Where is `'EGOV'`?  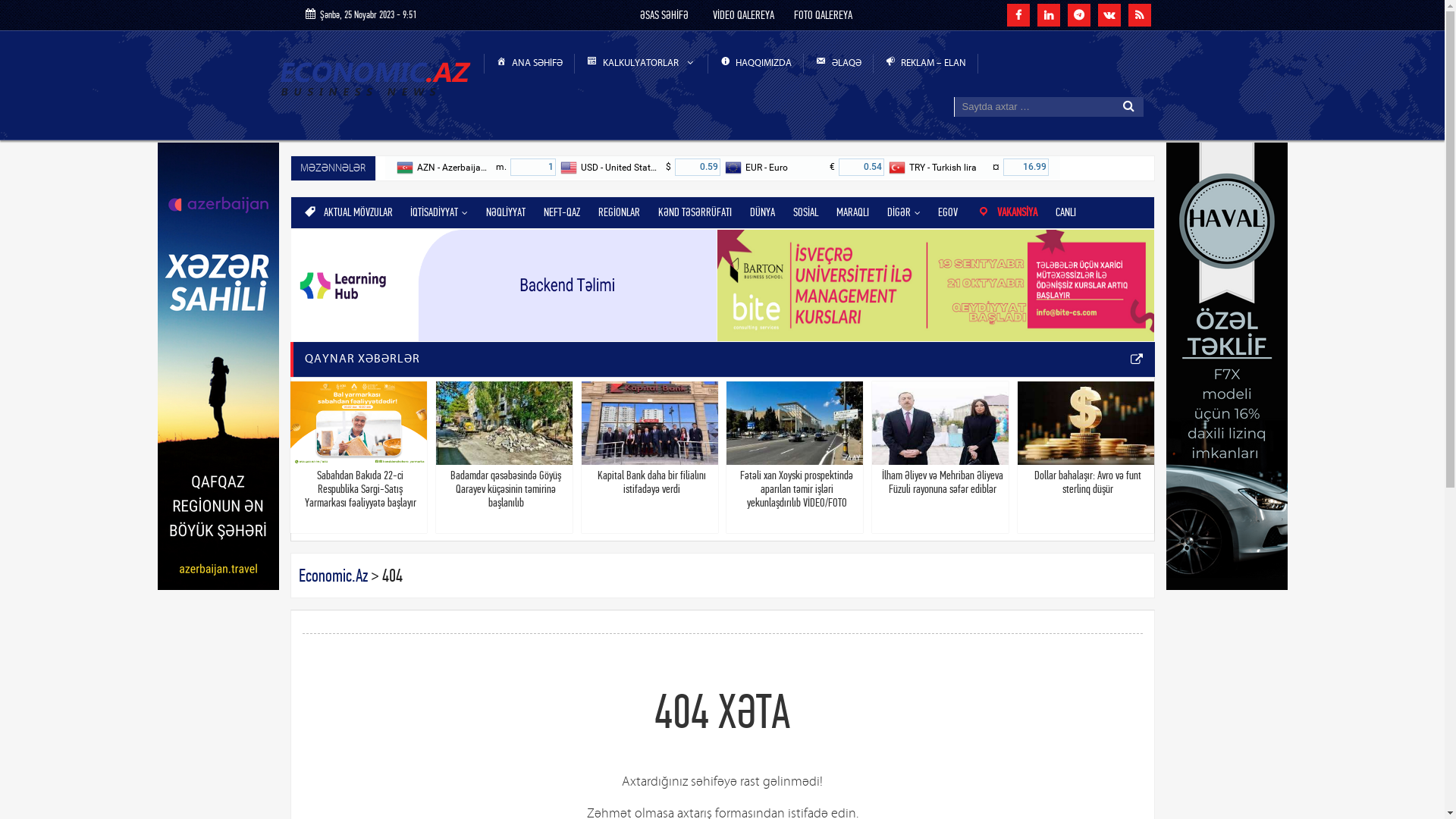 'EGOV' is located at coordinates (946, 212).